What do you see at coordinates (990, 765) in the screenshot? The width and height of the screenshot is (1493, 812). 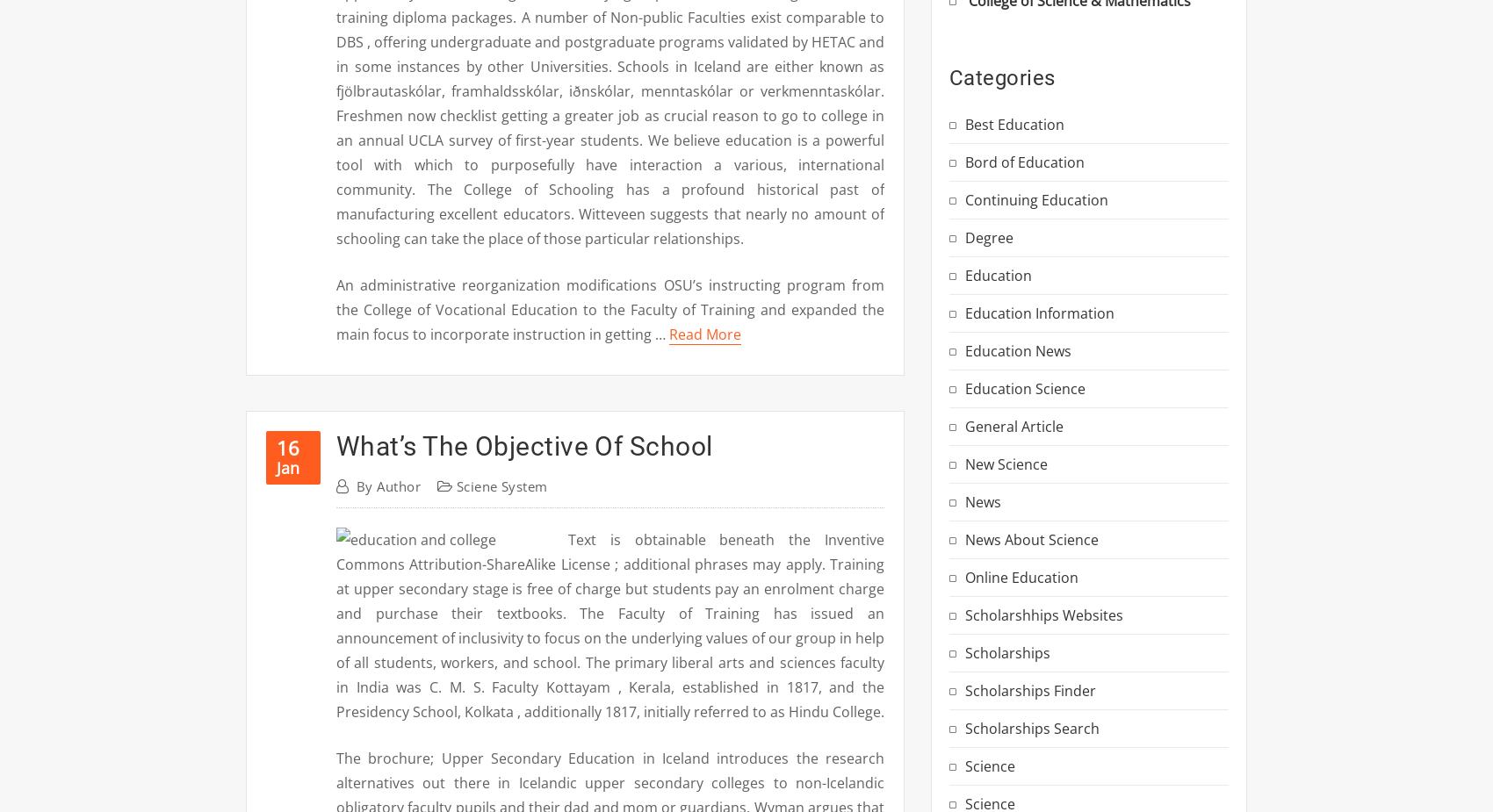 I see `'Science'` at bounding box center [990, 765].